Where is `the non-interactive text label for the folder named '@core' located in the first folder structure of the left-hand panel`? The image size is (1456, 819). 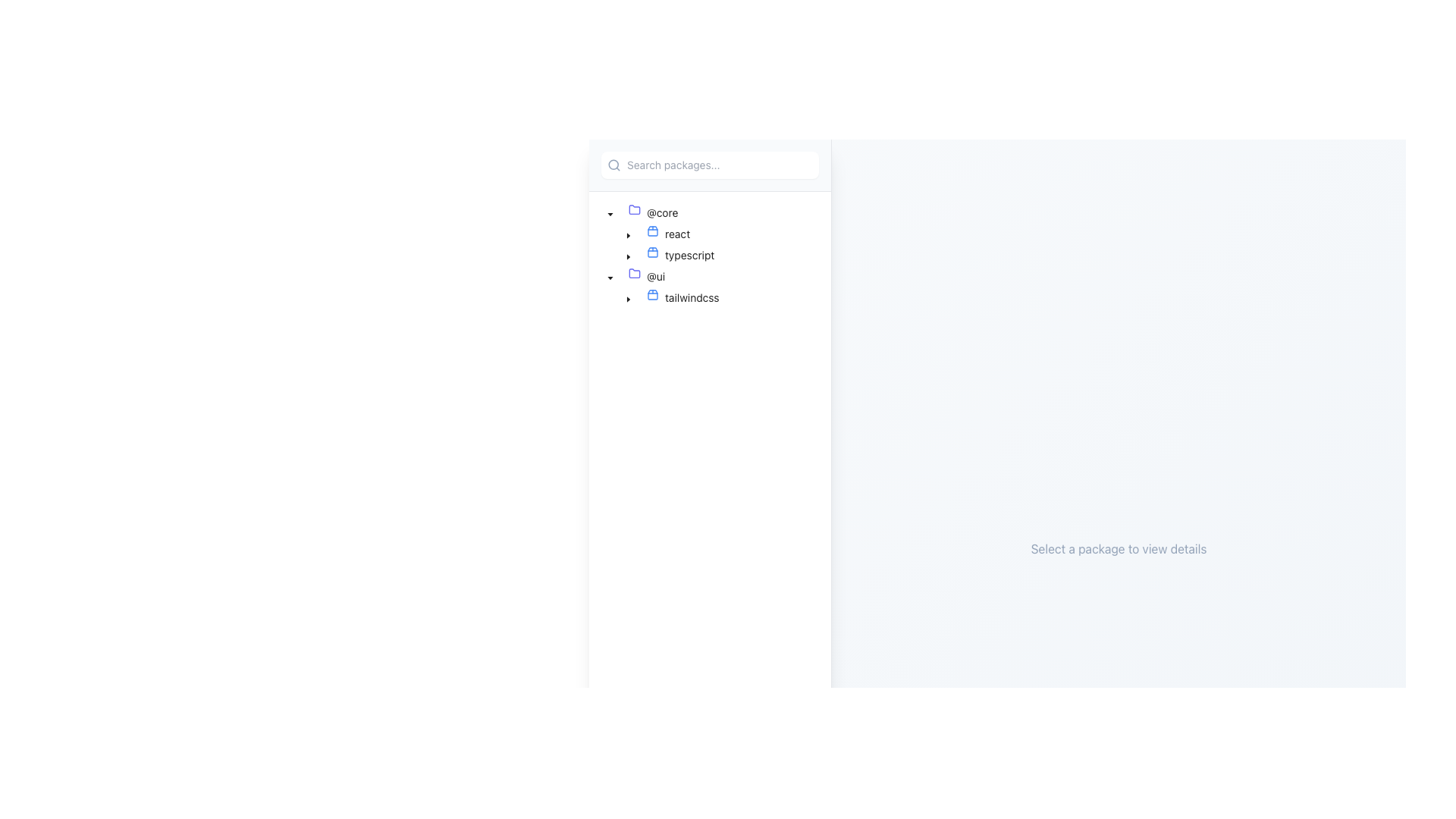 the non-interactive text label for the folder named '@core' located in the first folder structure of the left-hand panel is located at coordinates (662, 212).